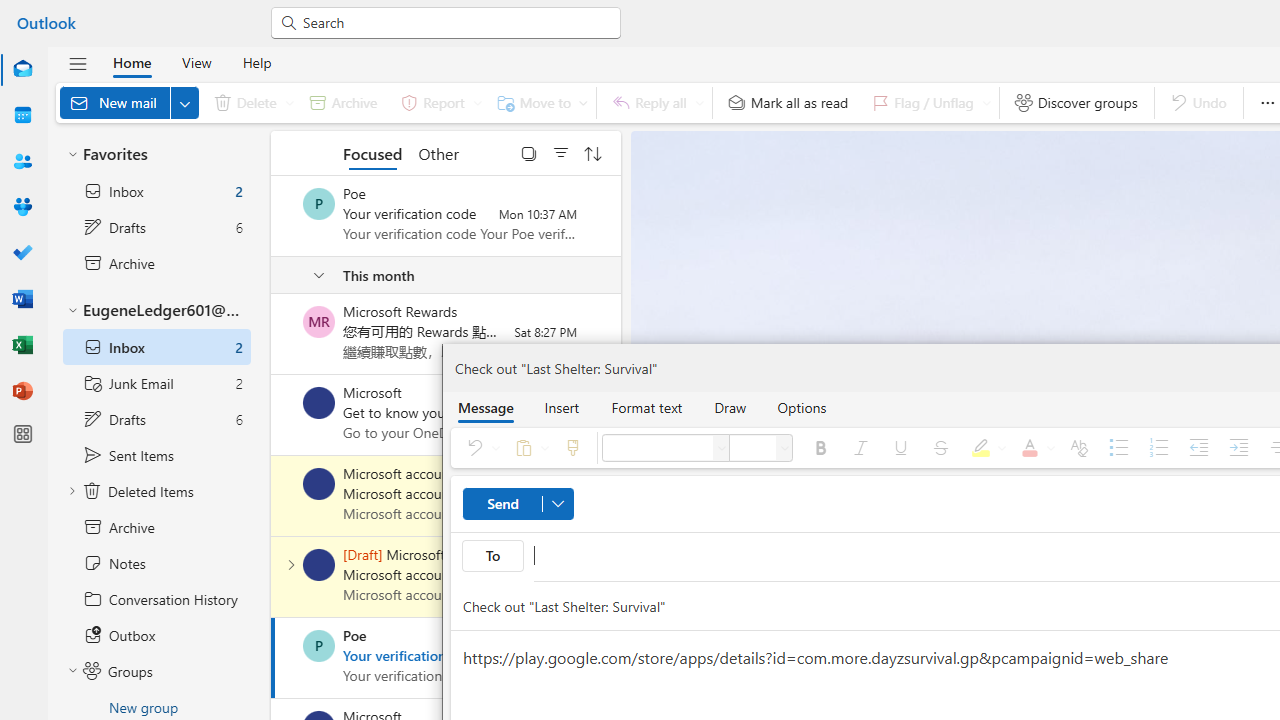  Describe the element at coordinates (926, 102) in the screenshot. I see `'Flag / Unflag'` at that location.